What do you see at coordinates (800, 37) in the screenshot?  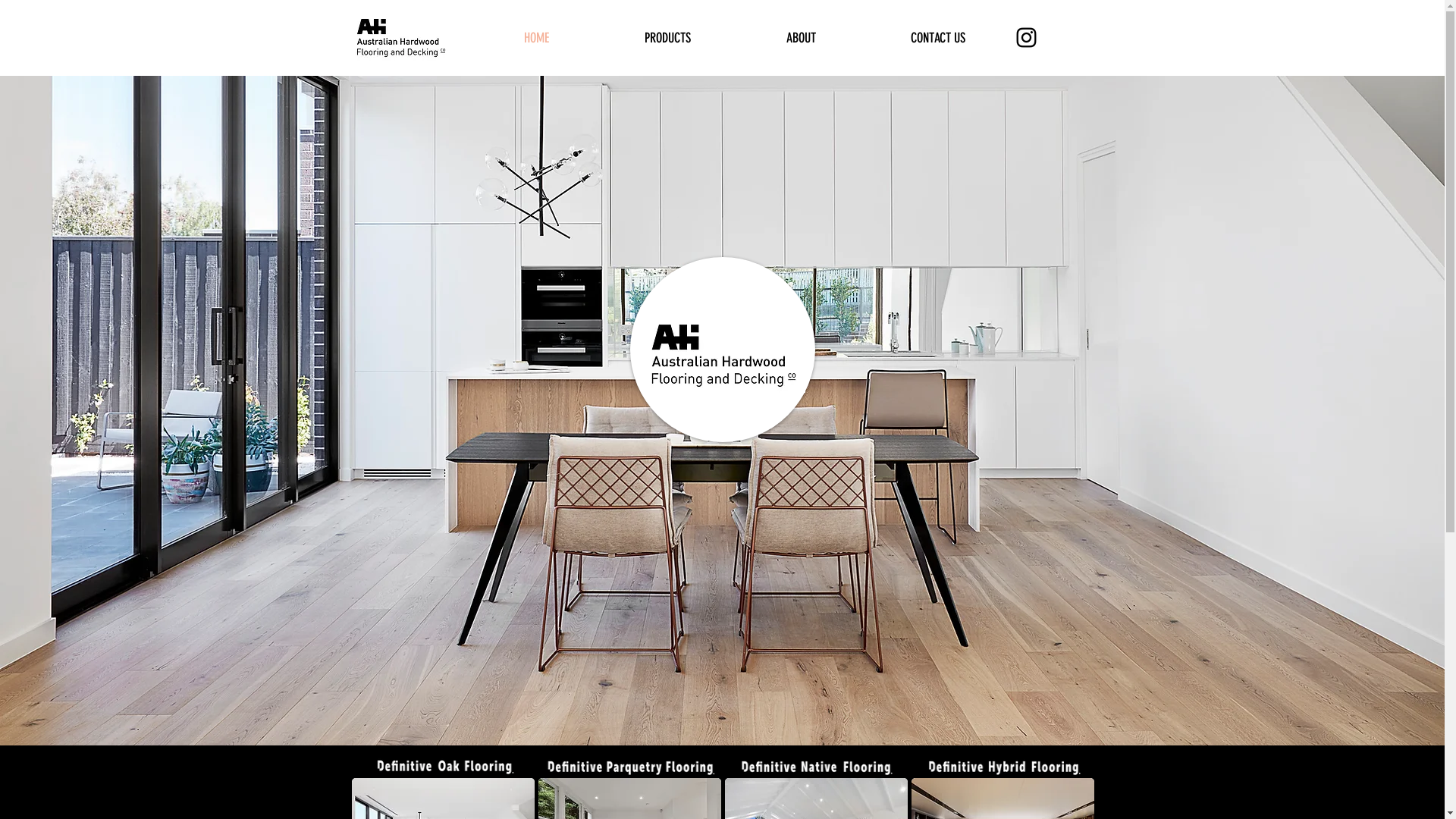 I see `'ABOUT'` at bounding box center [800, 37].